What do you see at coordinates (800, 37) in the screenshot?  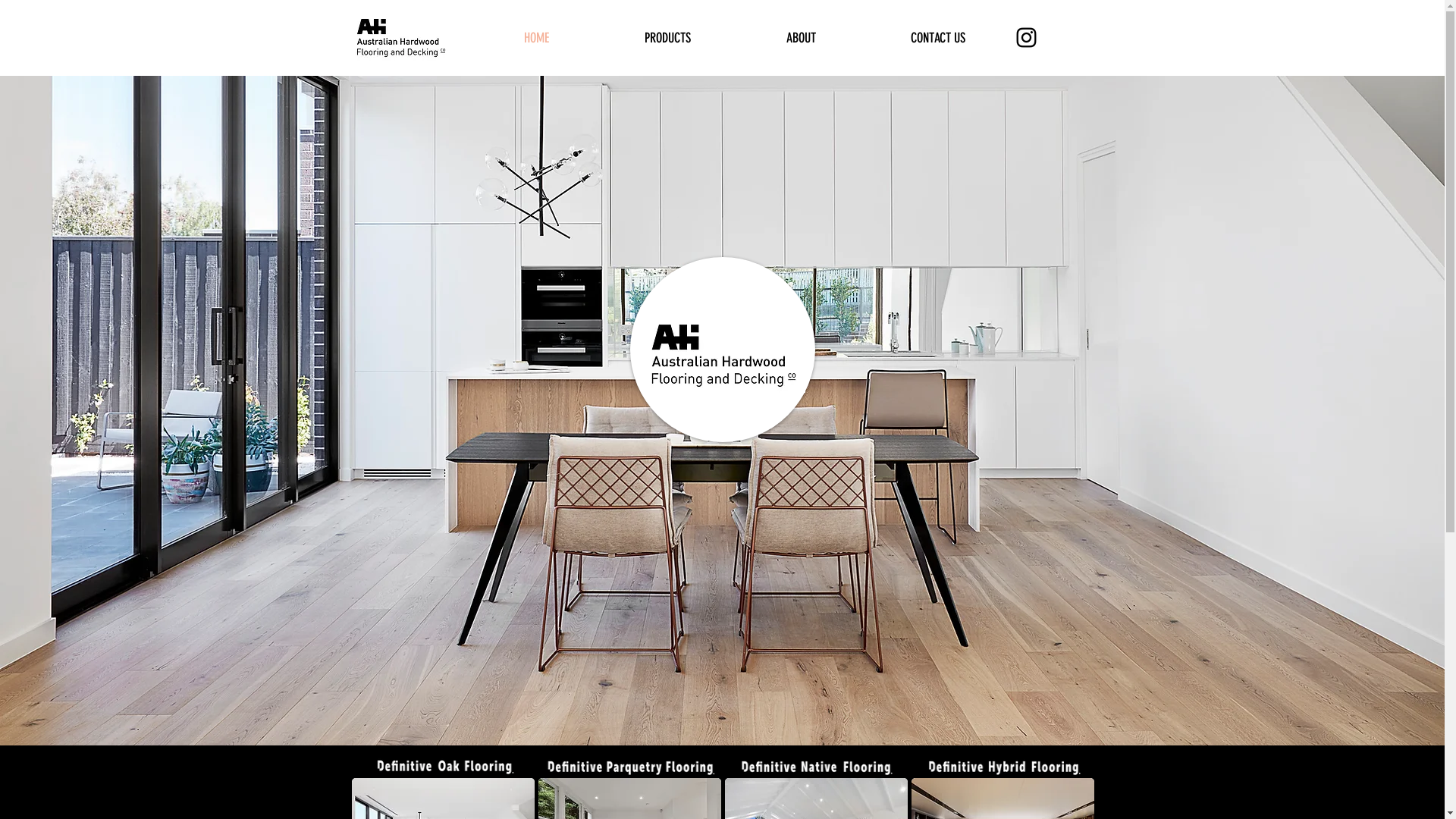 I see `'ABOUT'` at bounding box center [800, 37].